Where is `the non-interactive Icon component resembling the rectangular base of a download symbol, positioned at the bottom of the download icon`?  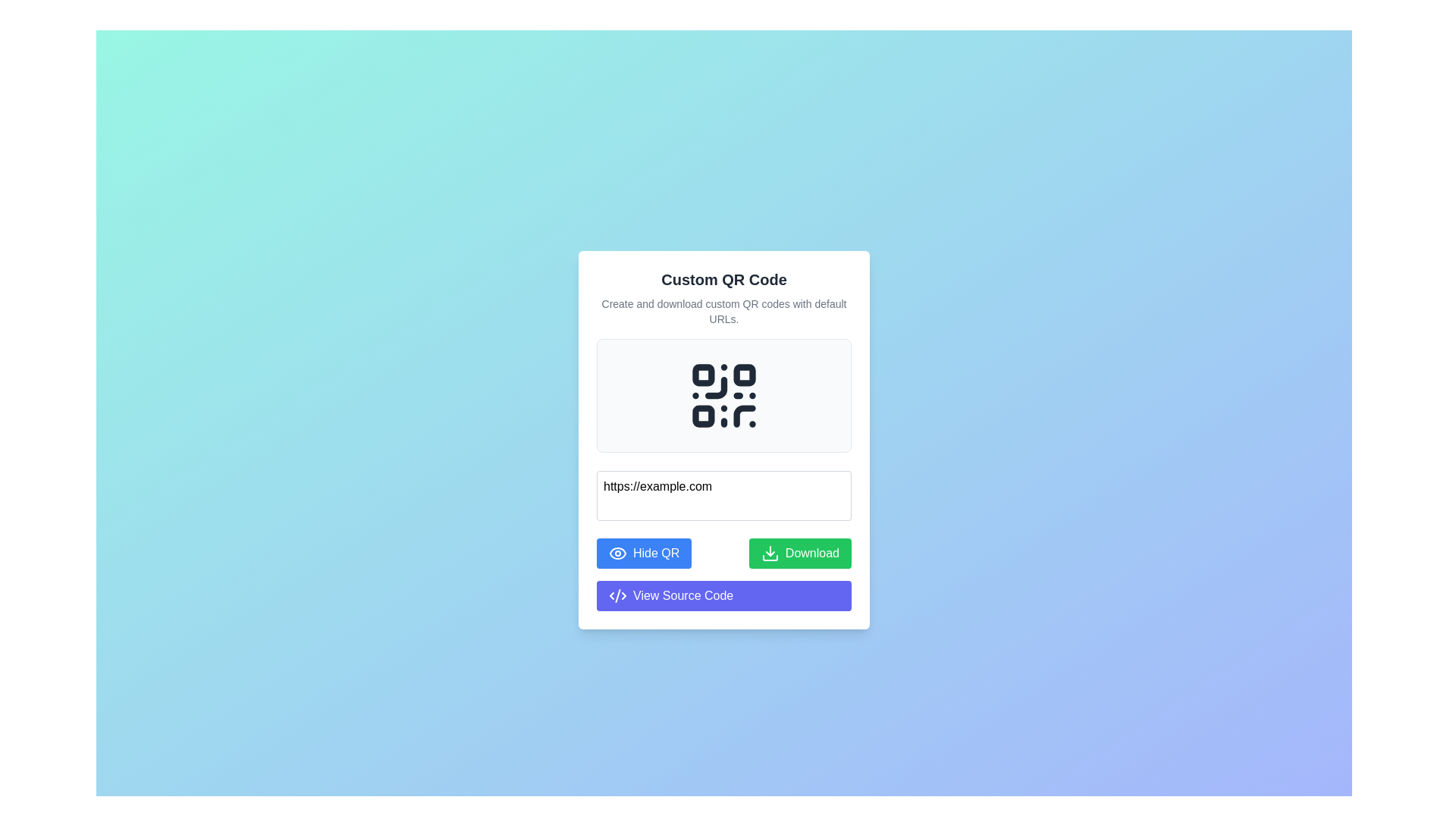
the non-interactive Icon component resembling the rectangular base of a download symbol, positioned at the bottom of the download icon is located at coordinates (770, 557).